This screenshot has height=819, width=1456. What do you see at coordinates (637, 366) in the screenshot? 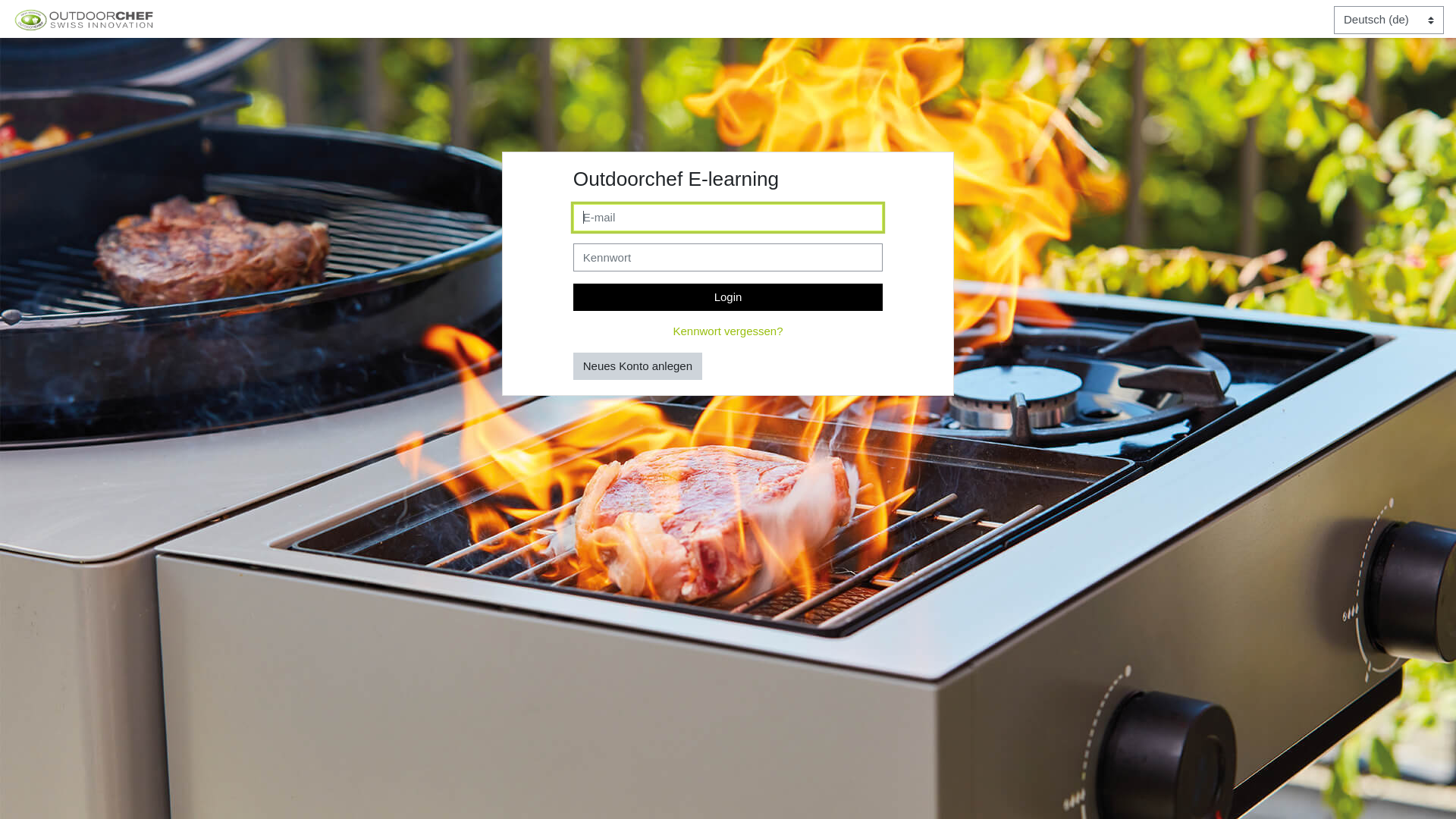
I see `'Neues Konto anlegen'` at bounding box center [637, 366].